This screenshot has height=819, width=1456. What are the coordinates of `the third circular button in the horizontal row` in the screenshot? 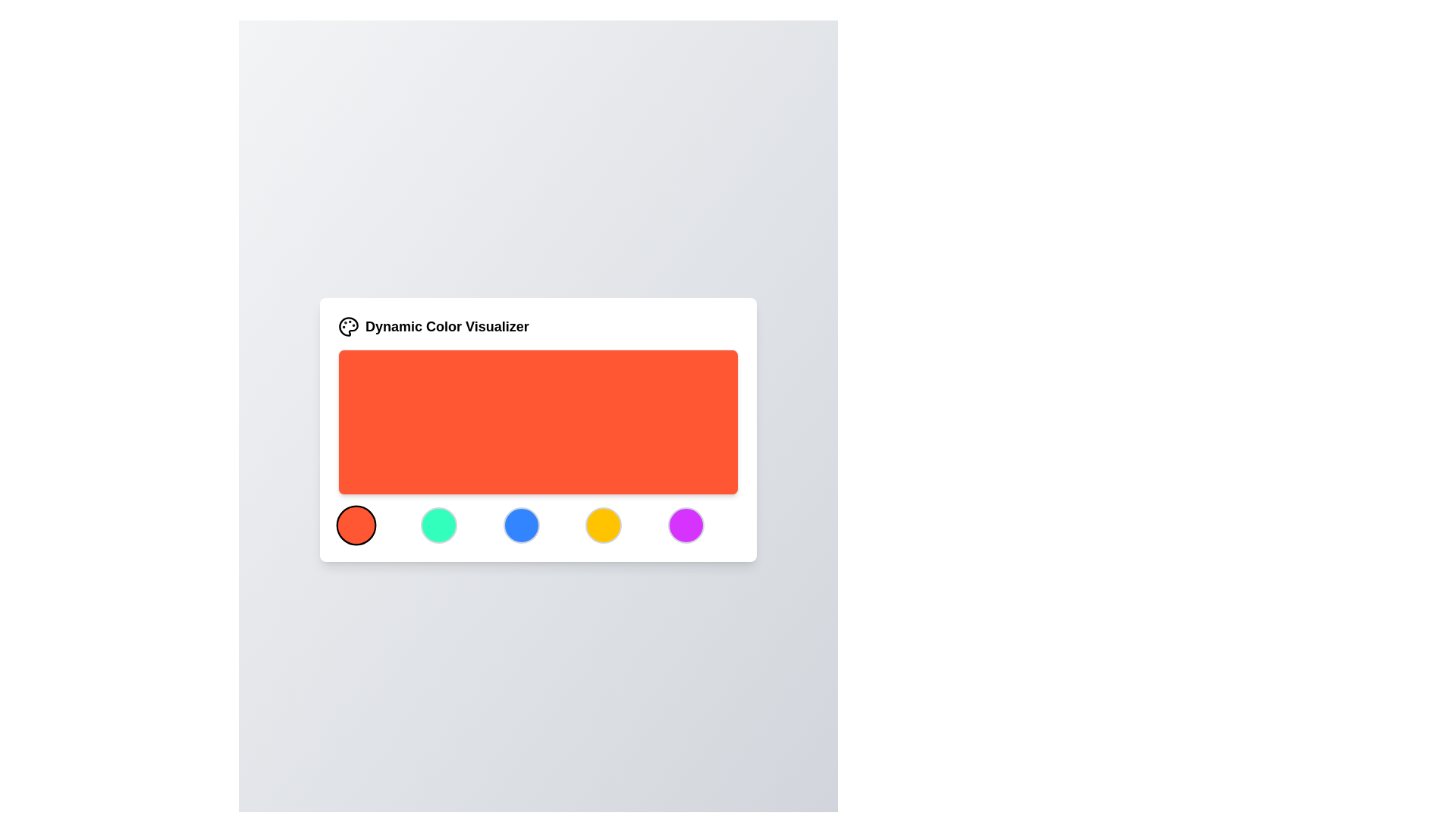 It's located at (521, 525).